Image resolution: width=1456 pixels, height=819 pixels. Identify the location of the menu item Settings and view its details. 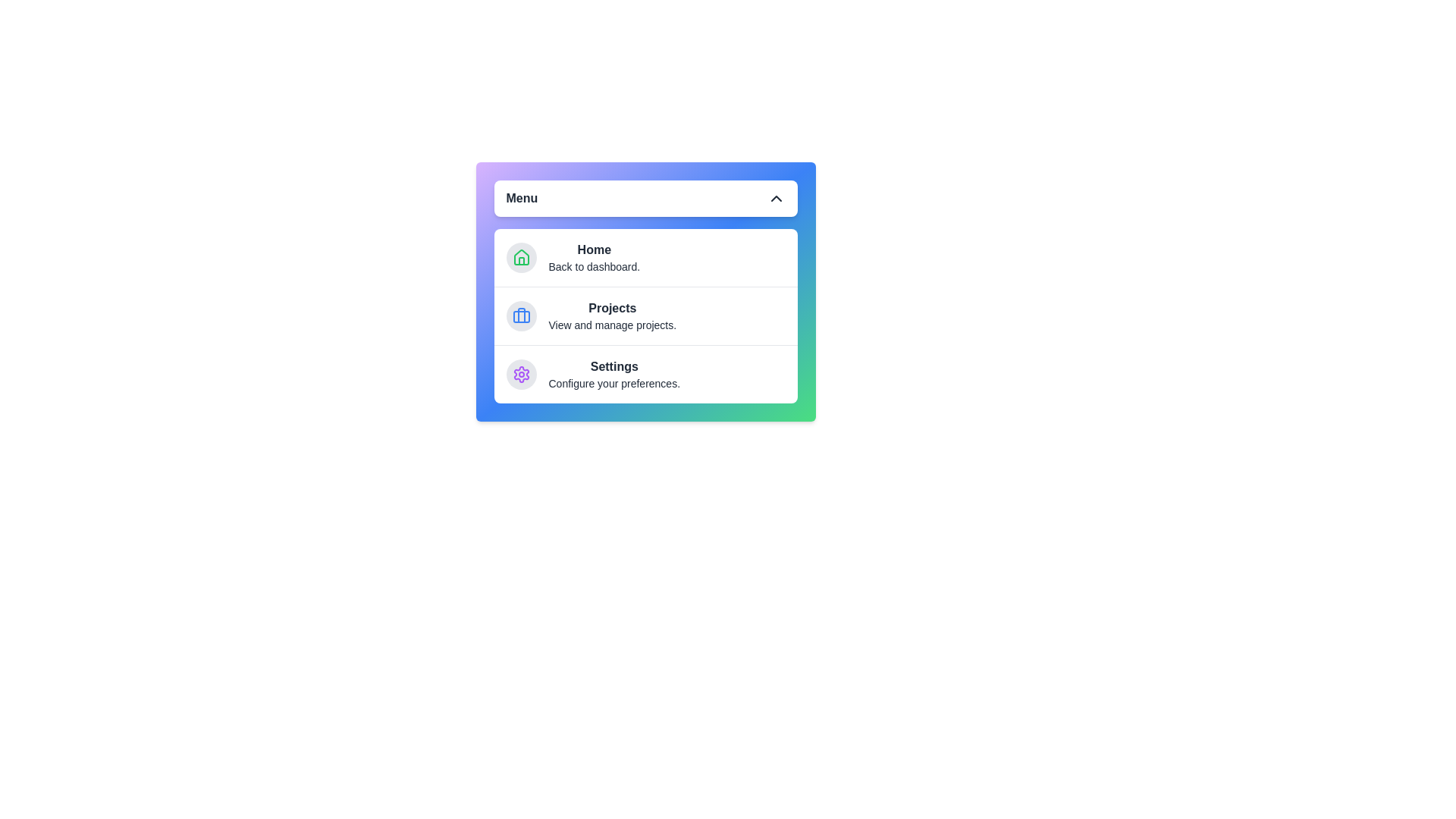
(645, 374).